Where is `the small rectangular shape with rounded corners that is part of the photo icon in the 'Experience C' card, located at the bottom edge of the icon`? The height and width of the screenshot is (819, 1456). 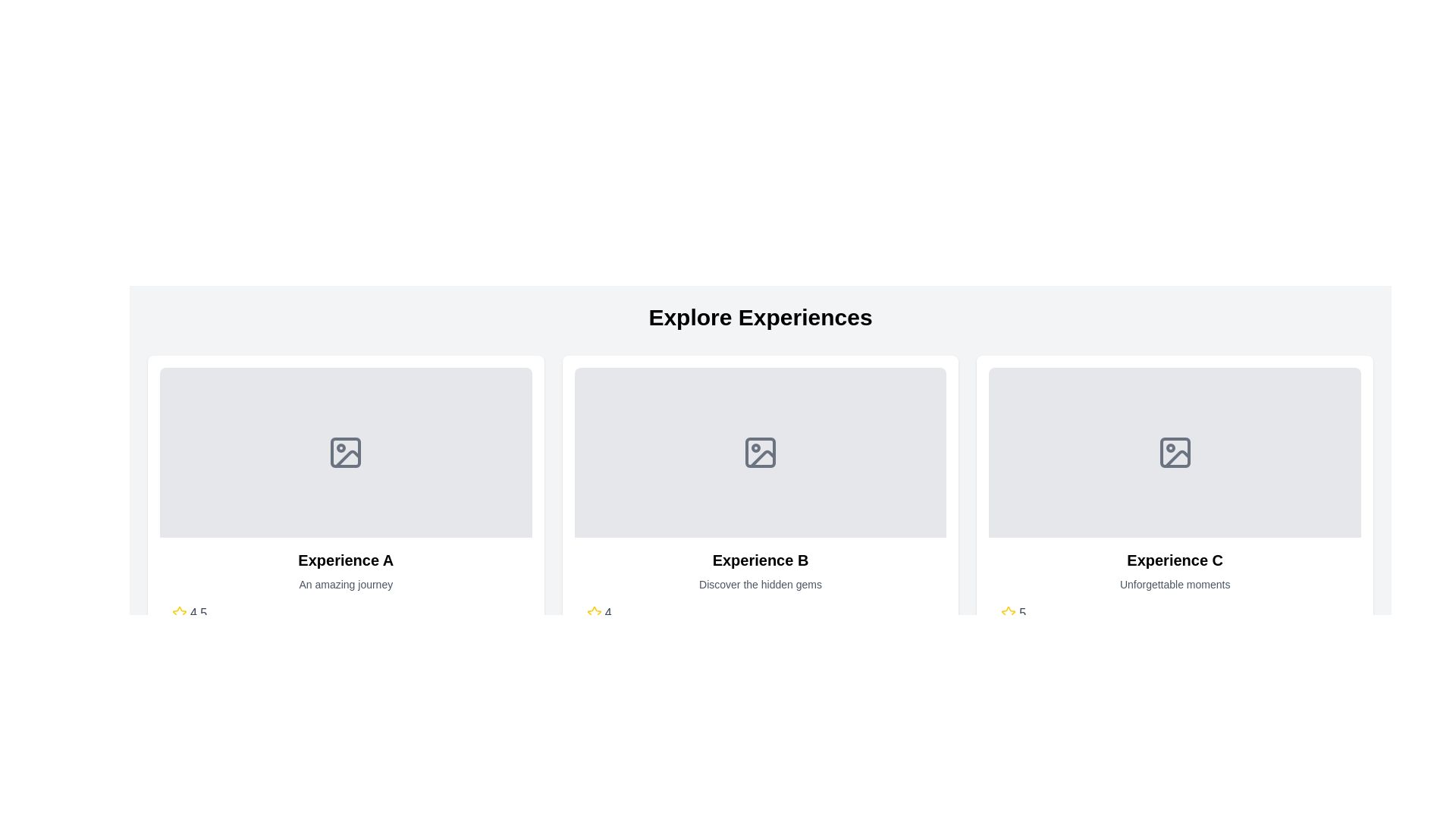 the small rectangular shape with rounded corners that is part of the photo icon in the 'Experience C' card, located at the bottom edge of the icon is located at coordinates (1174, 452).